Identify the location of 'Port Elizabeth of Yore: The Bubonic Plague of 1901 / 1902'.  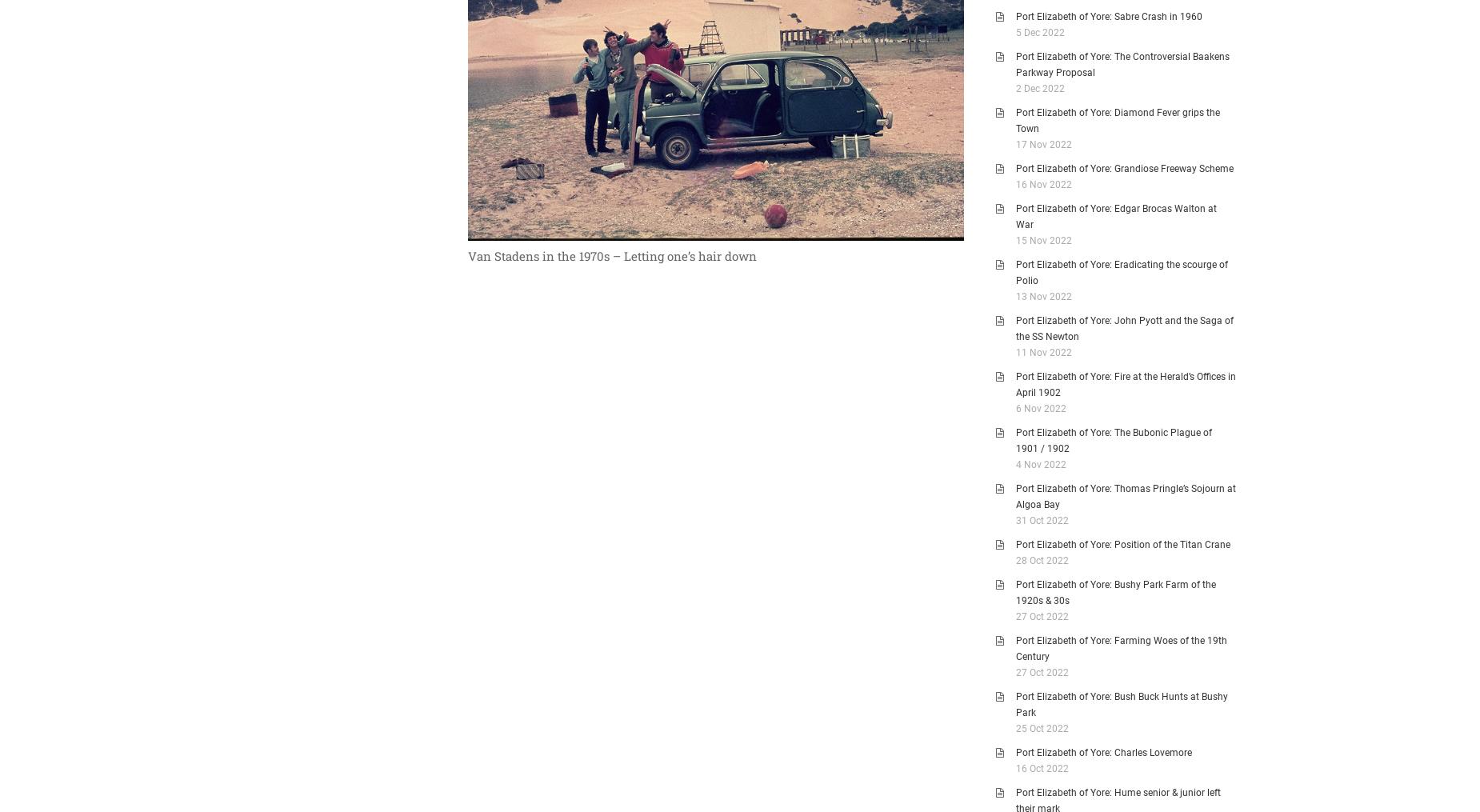
(1114, 441).